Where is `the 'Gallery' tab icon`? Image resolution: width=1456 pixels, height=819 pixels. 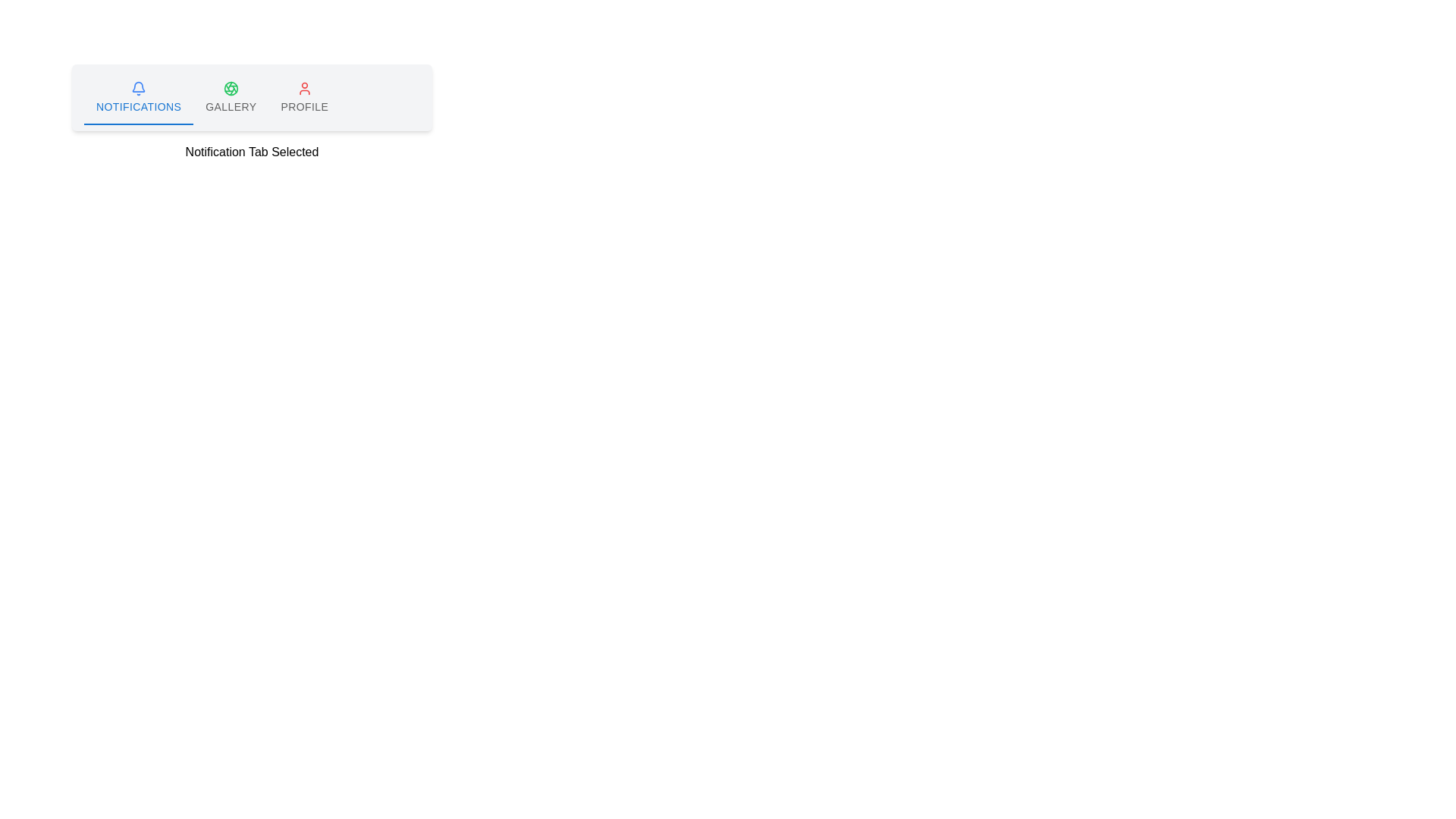 the 'Gallery' tab icon is located at coordinates (230, 89).